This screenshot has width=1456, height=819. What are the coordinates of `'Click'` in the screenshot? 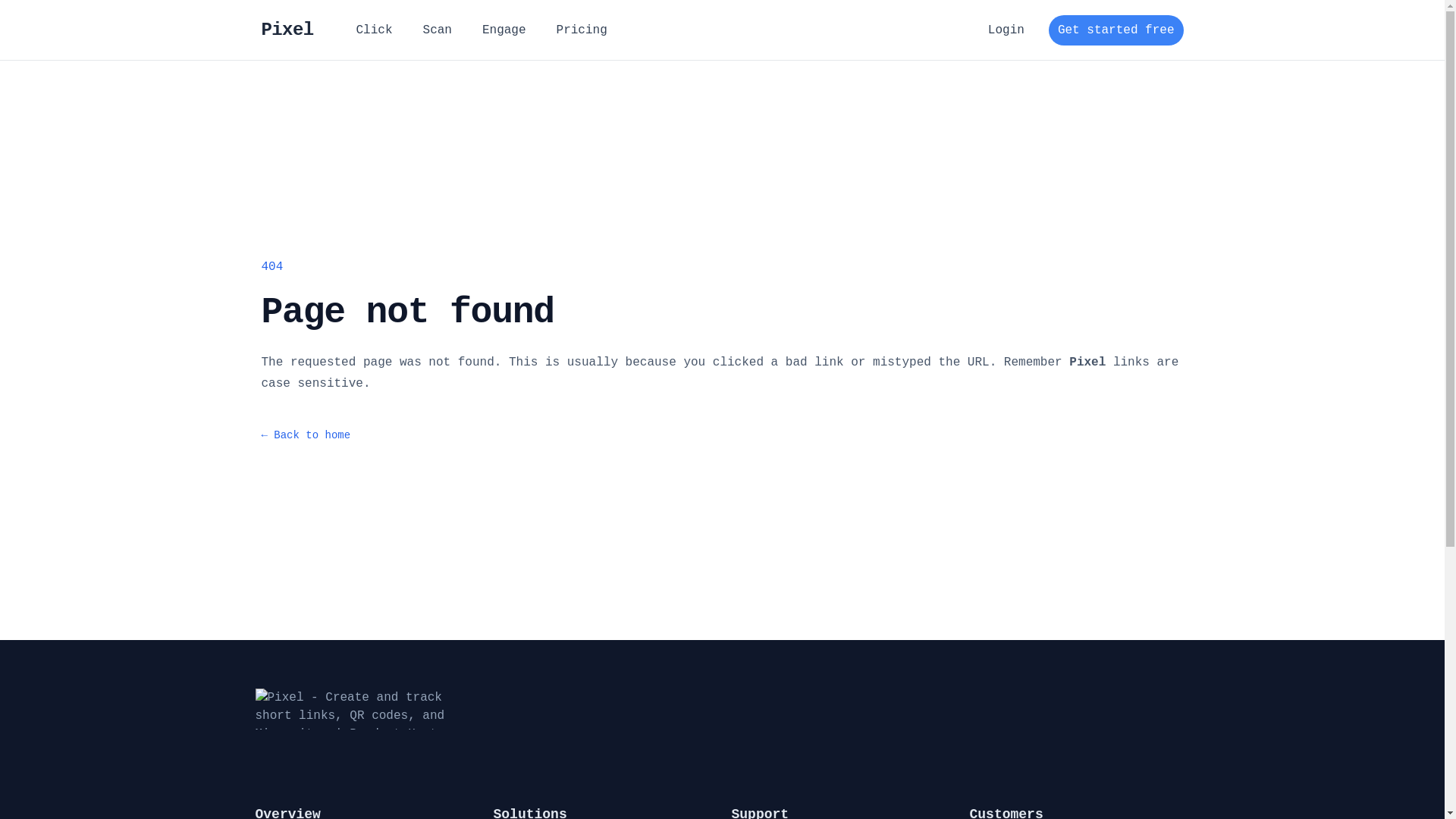 It's located at (375, 30).